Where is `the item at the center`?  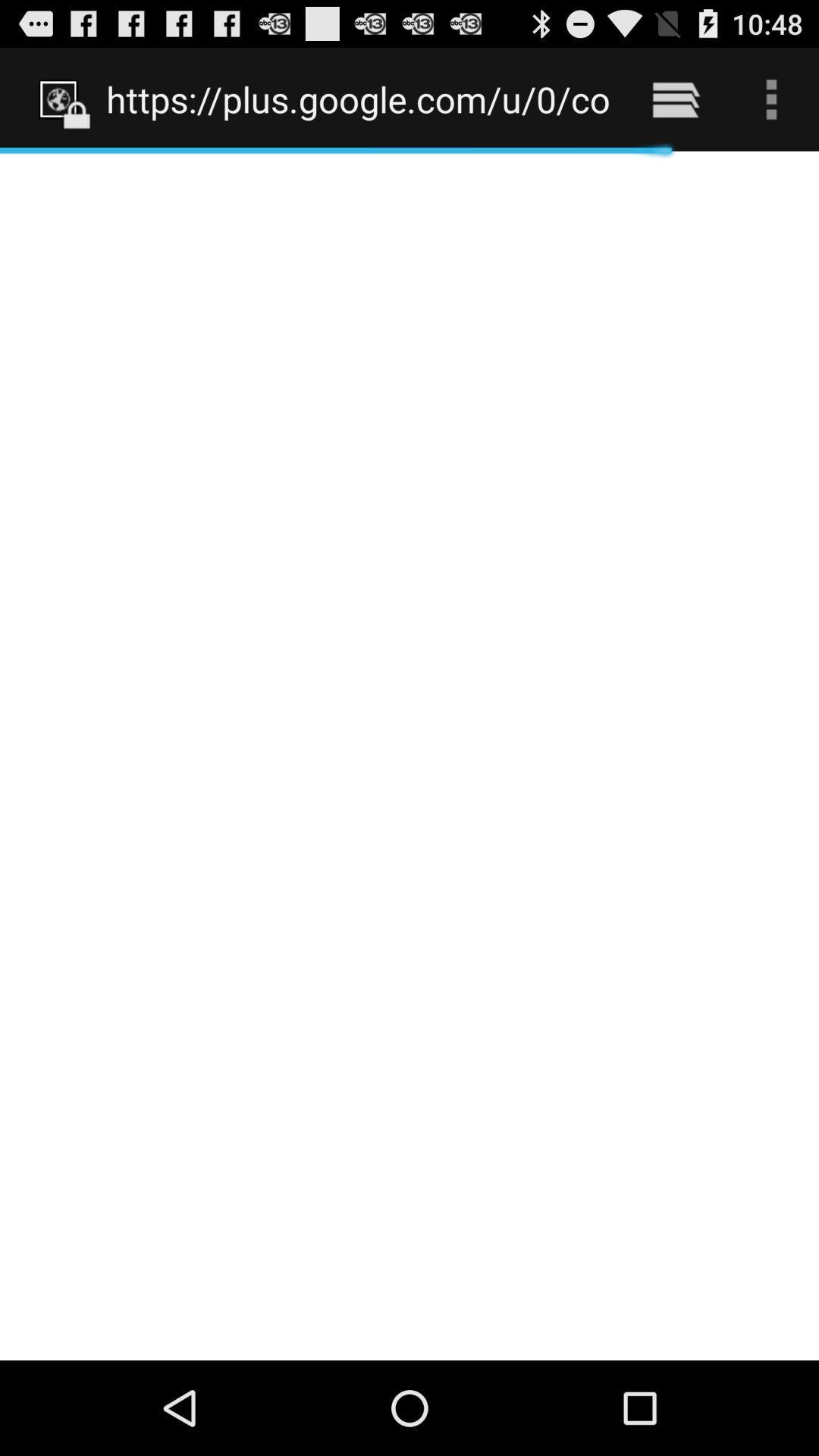
the item at the center is located at coordinates (409, 755).